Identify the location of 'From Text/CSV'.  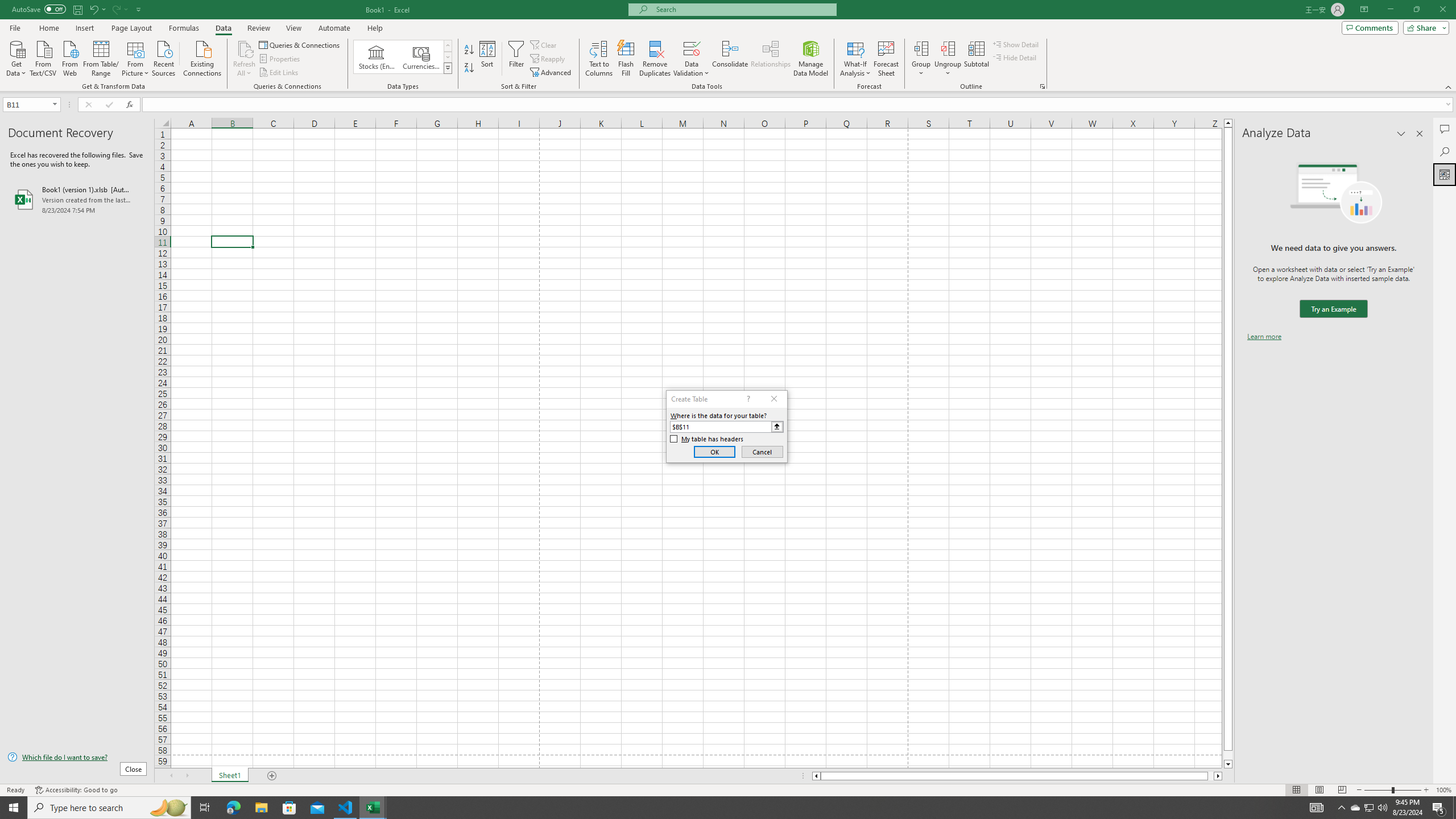
(43, 57).